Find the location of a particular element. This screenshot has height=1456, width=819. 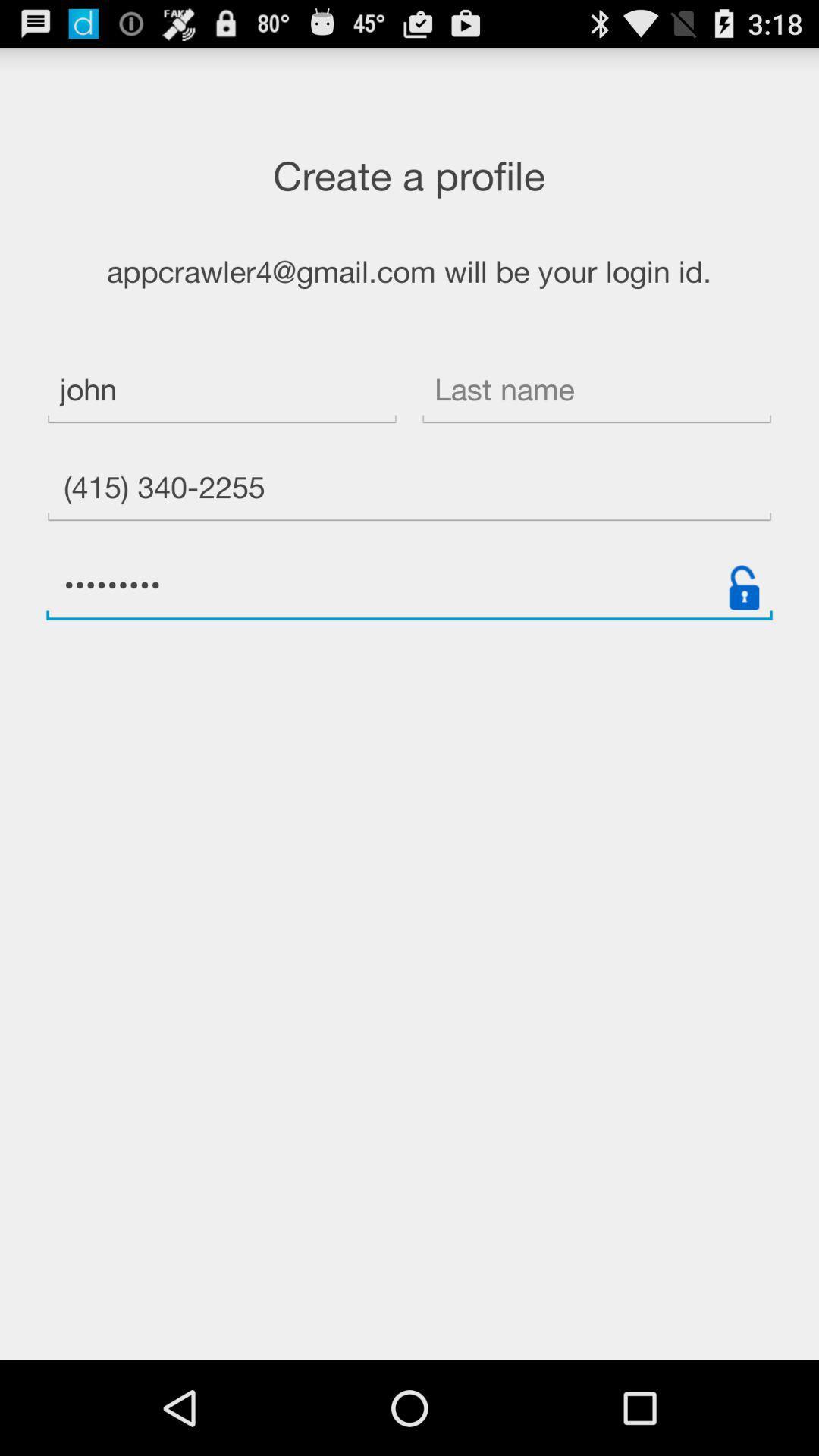

icon to the right of john item is located at coordinates (596, 392).